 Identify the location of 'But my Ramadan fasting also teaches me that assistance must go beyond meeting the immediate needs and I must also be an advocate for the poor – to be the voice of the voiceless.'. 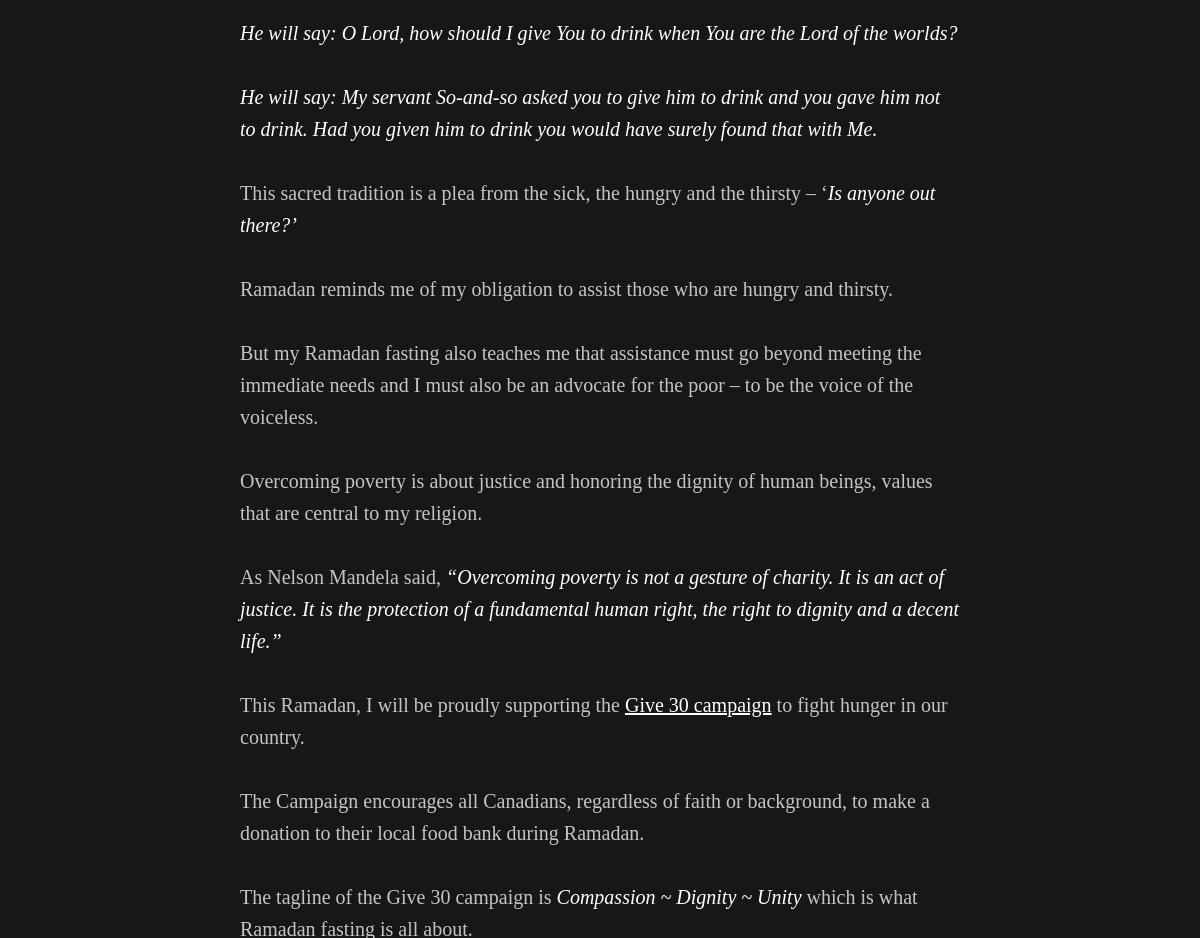
(579, 383).